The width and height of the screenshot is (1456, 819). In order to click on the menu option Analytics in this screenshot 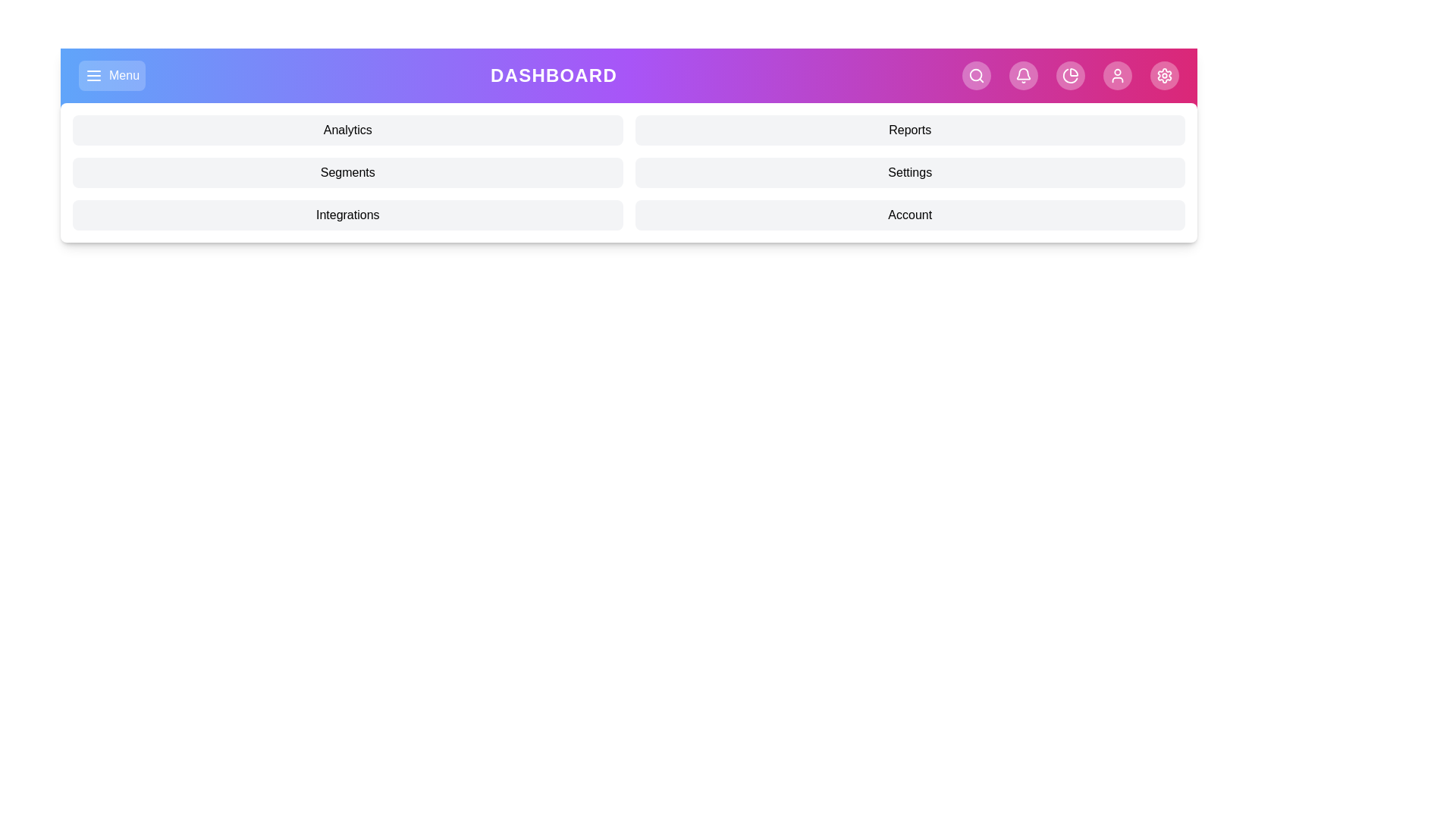, I will do `click(347, 130)`.